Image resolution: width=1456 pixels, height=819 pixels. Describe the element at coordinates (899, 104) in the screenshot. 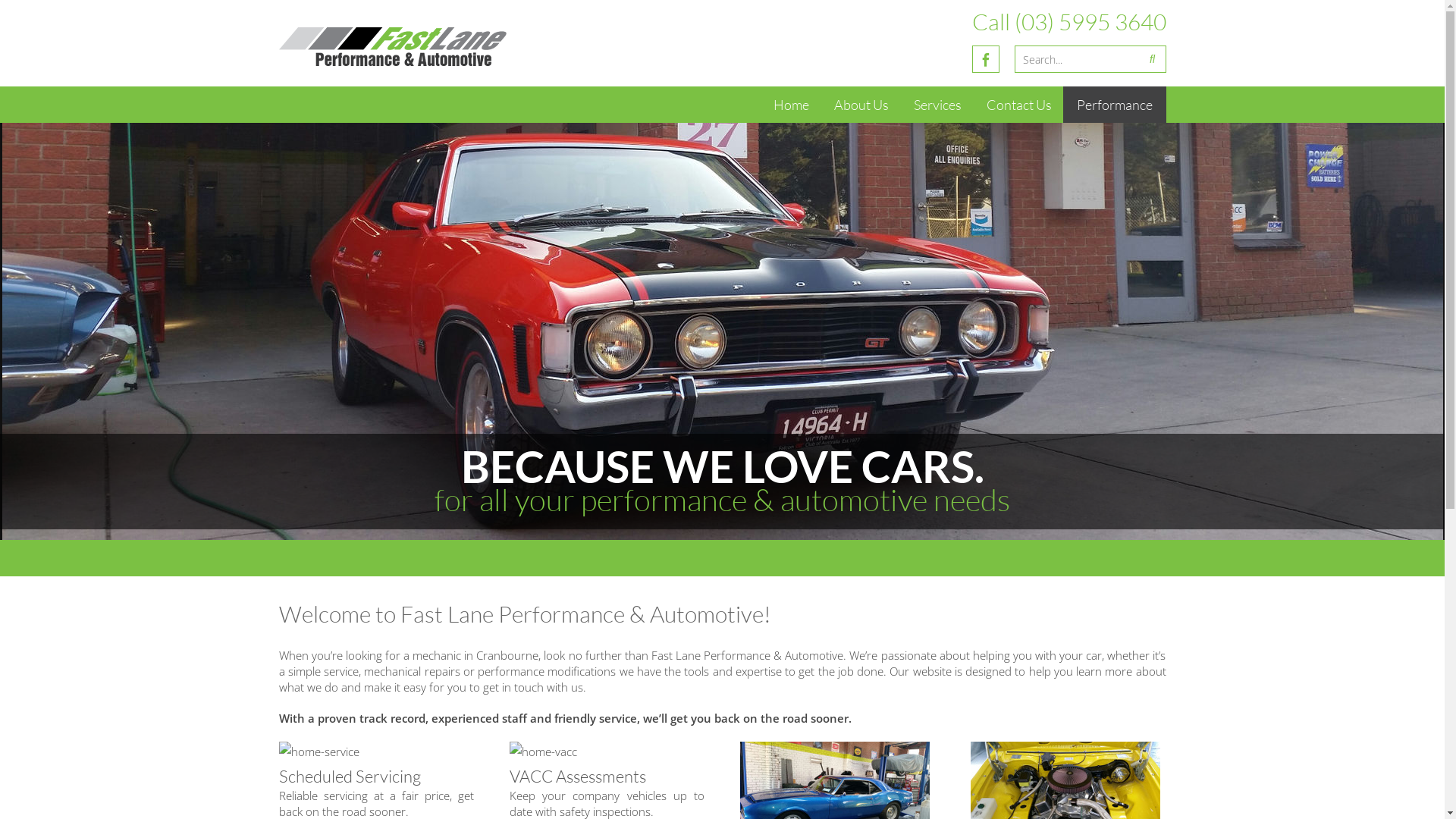

I see `'Services'` at that location.